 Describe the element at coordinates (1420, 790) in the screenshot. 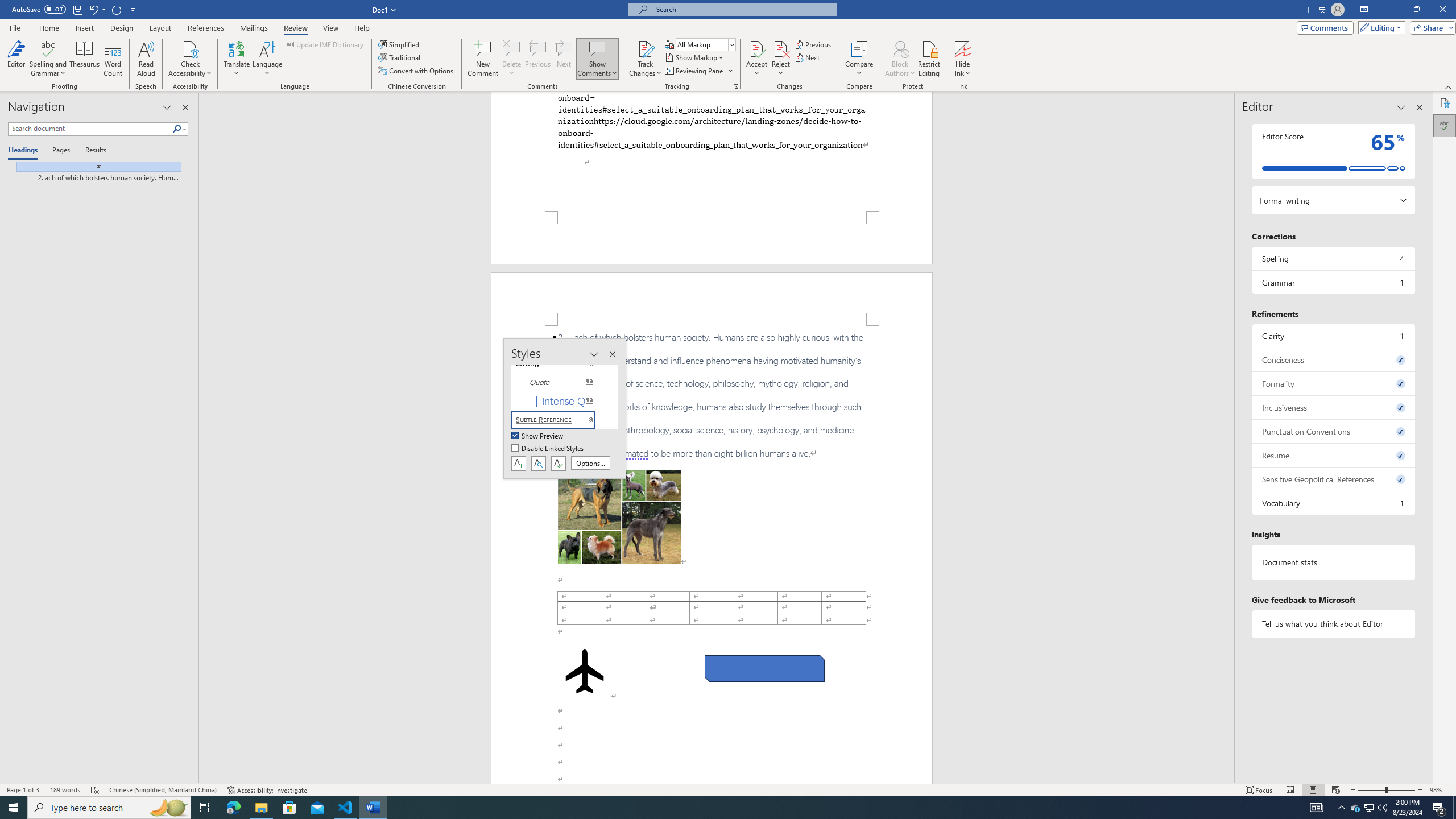

I see `'Zoom In'` at that location.